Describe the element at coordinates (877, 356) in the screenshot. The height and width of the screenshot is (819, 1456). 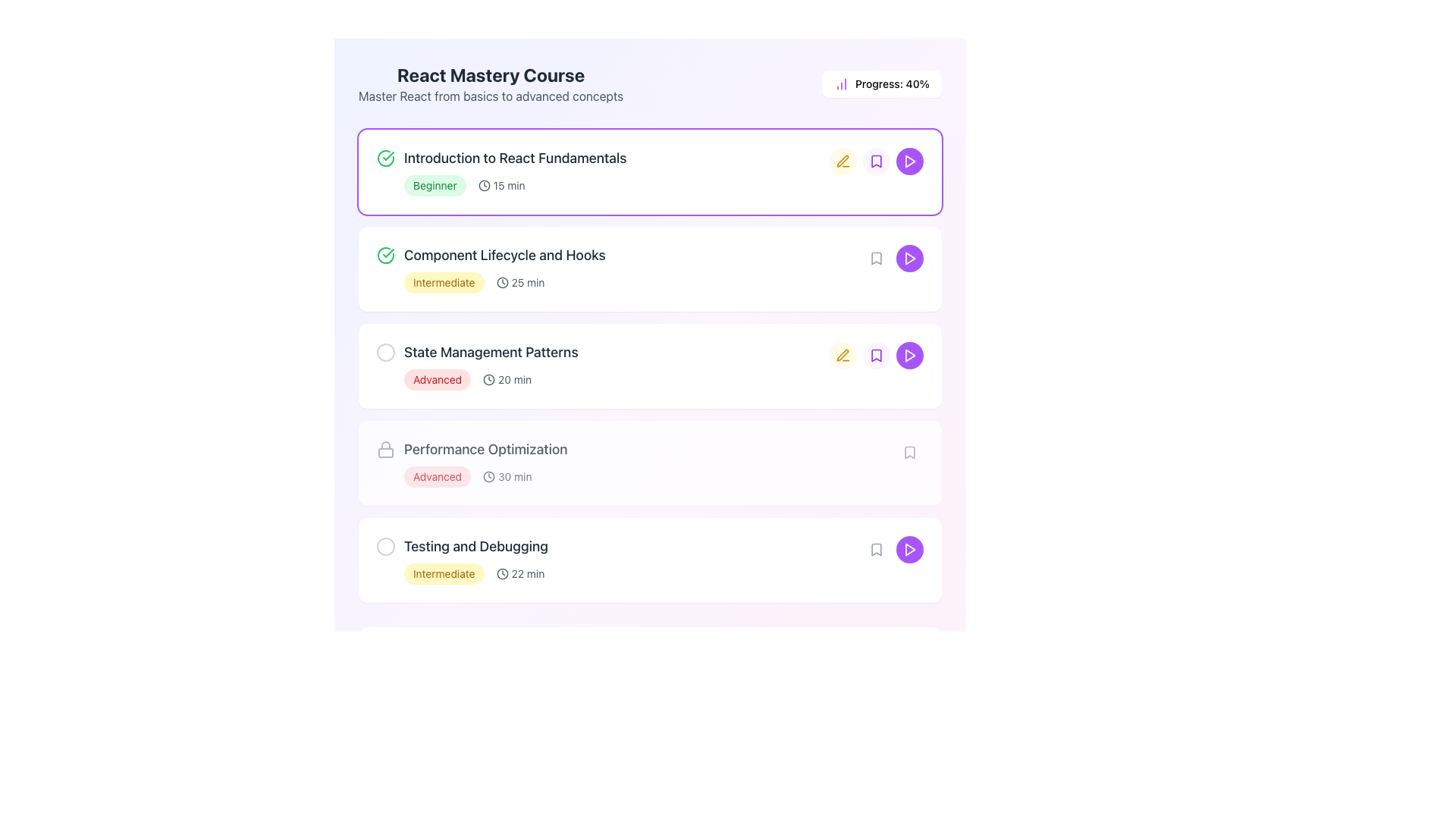
I see `the second button from the right in the horizontal group of three buttons, located to the right of the 'State Management Patterns' title` at that location.